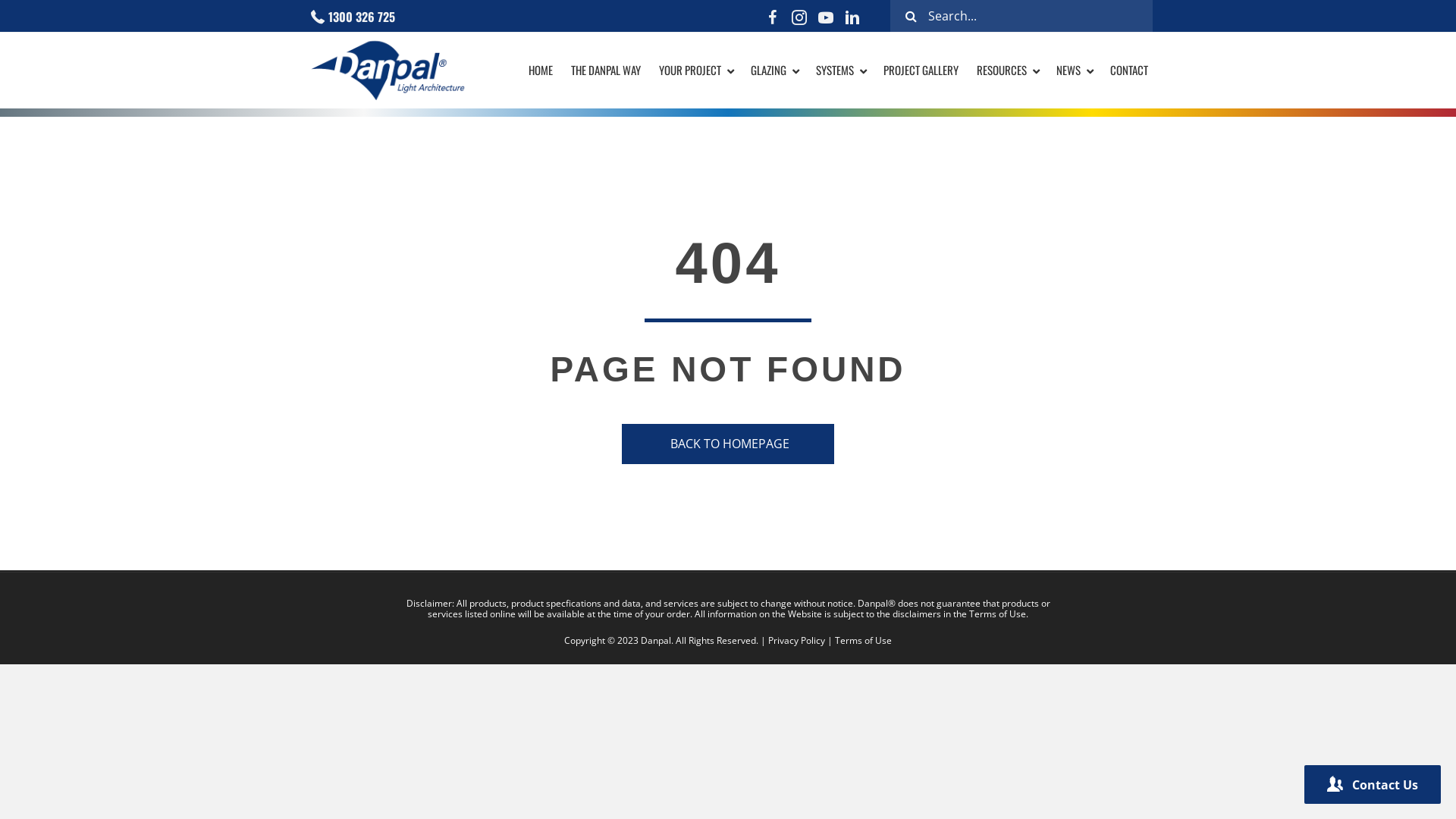 Image resolution: width=1456 pixels, height=819 pixels. What do you see at coordinates (541, 70) in the screenshot?
I see `'HOME'` at bounding box center [541, 70].